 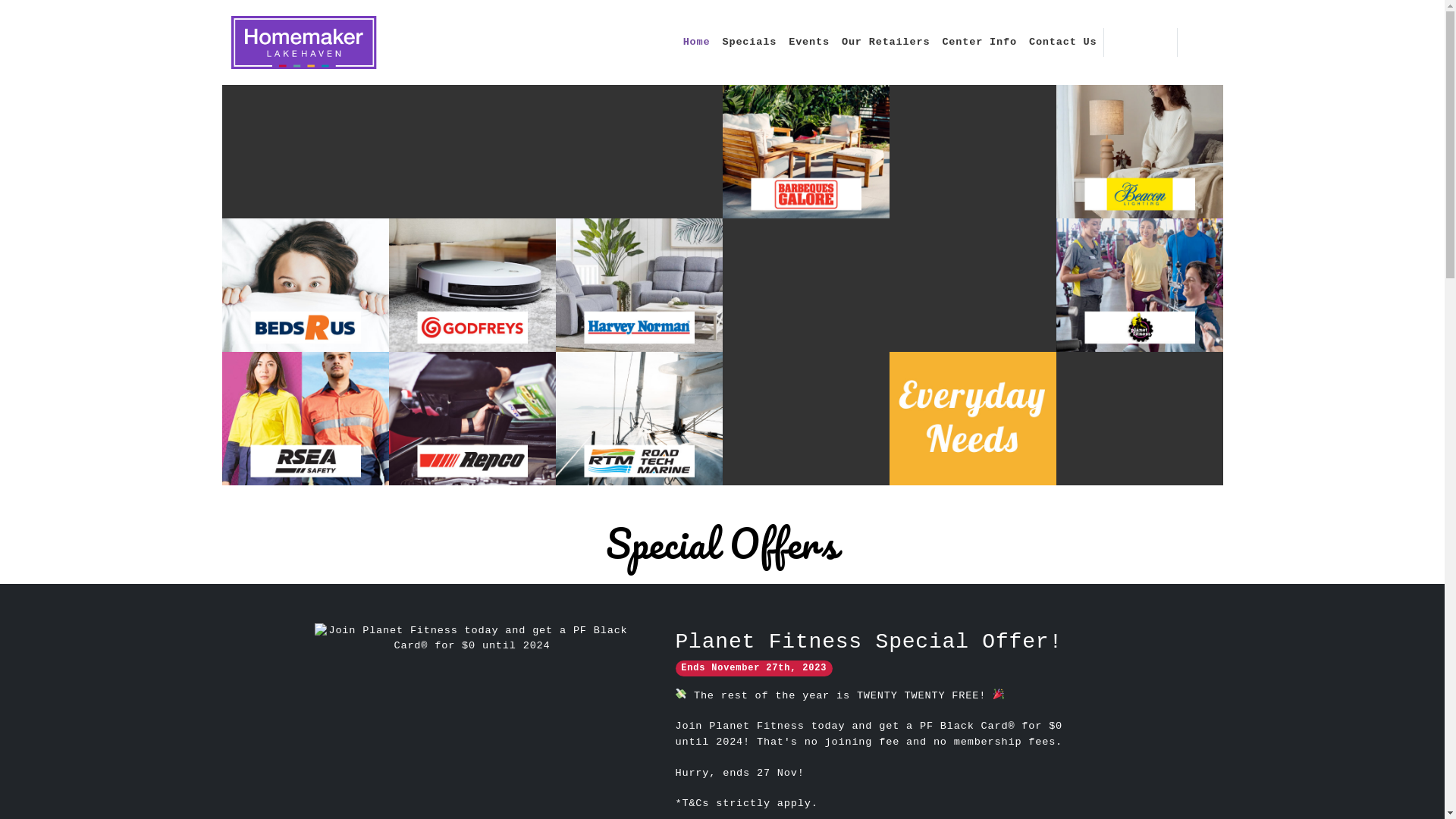 I want to click on 'Events', so click(x=808, y=42).